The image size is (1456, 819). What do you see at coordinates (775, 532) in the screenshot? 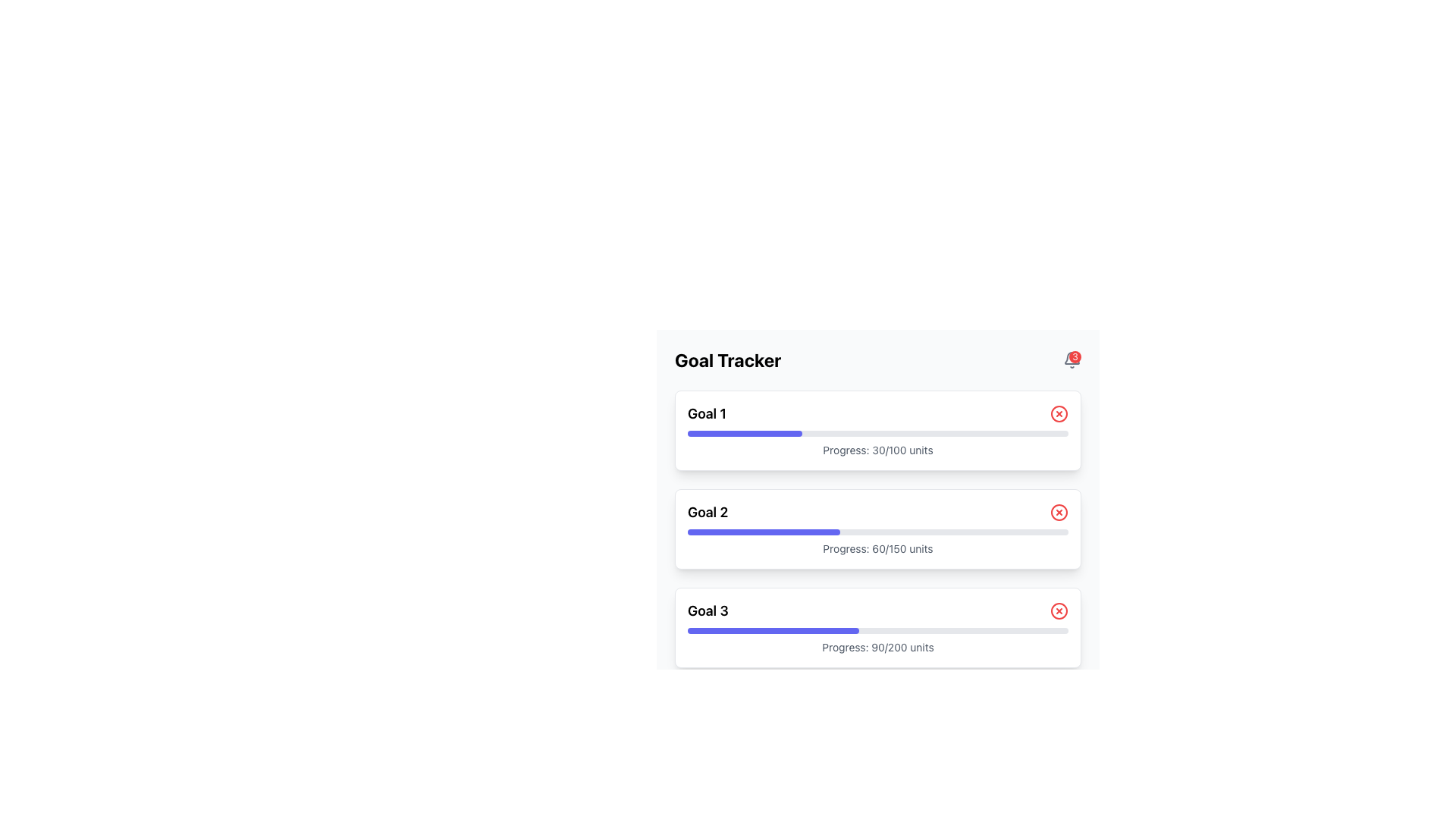
I see `the progress level` at bounding box center [775, 532].